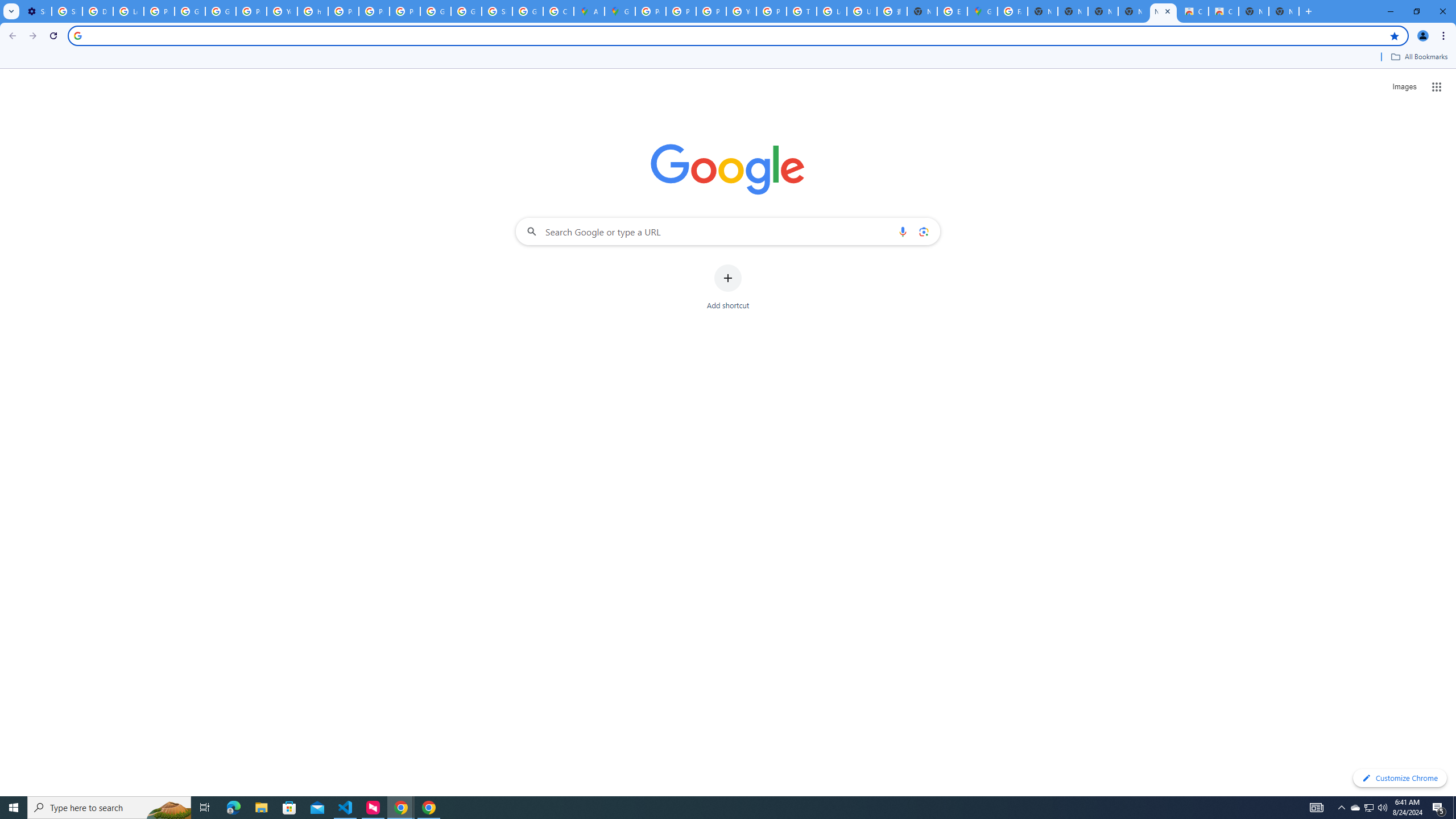  Describe the element at coordinates (36, 11) in the screenshot. I see `'Settings - On startup'` at that location.